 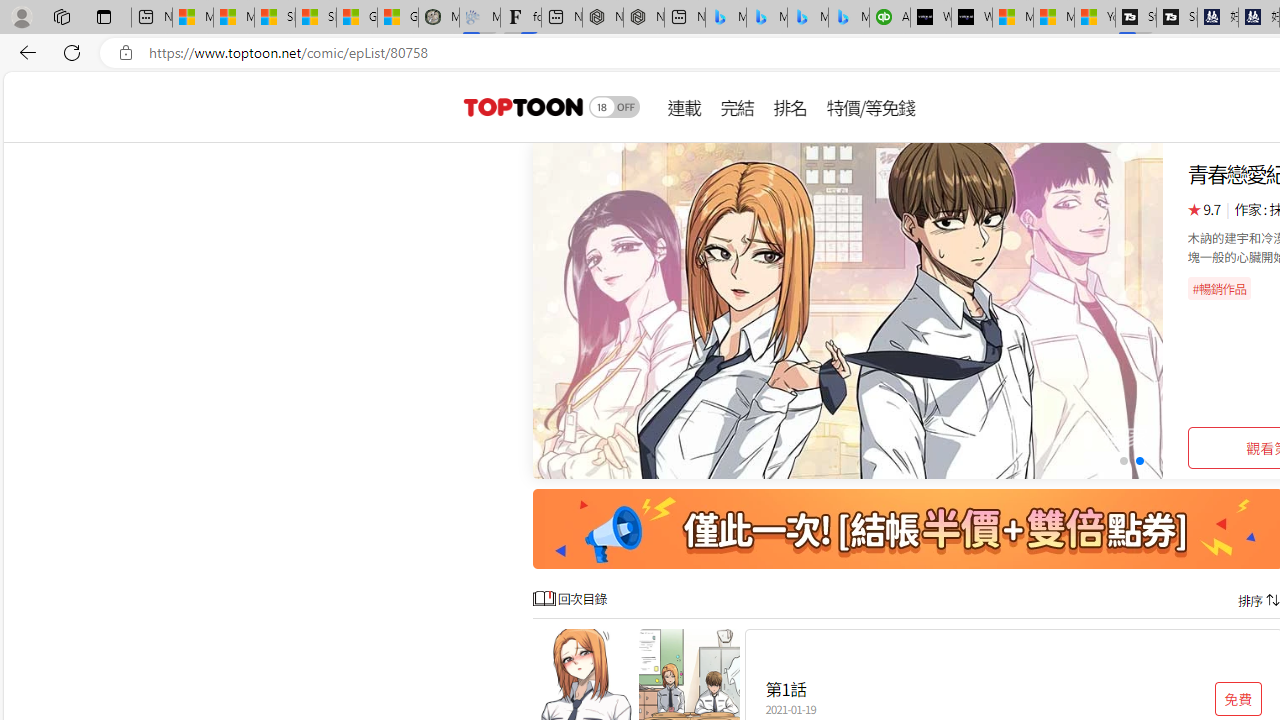 What do you see at coordinates (1139, 461) in the screenshot?
I see `'Go to slide 2'` at bounding box center [1139, 461].